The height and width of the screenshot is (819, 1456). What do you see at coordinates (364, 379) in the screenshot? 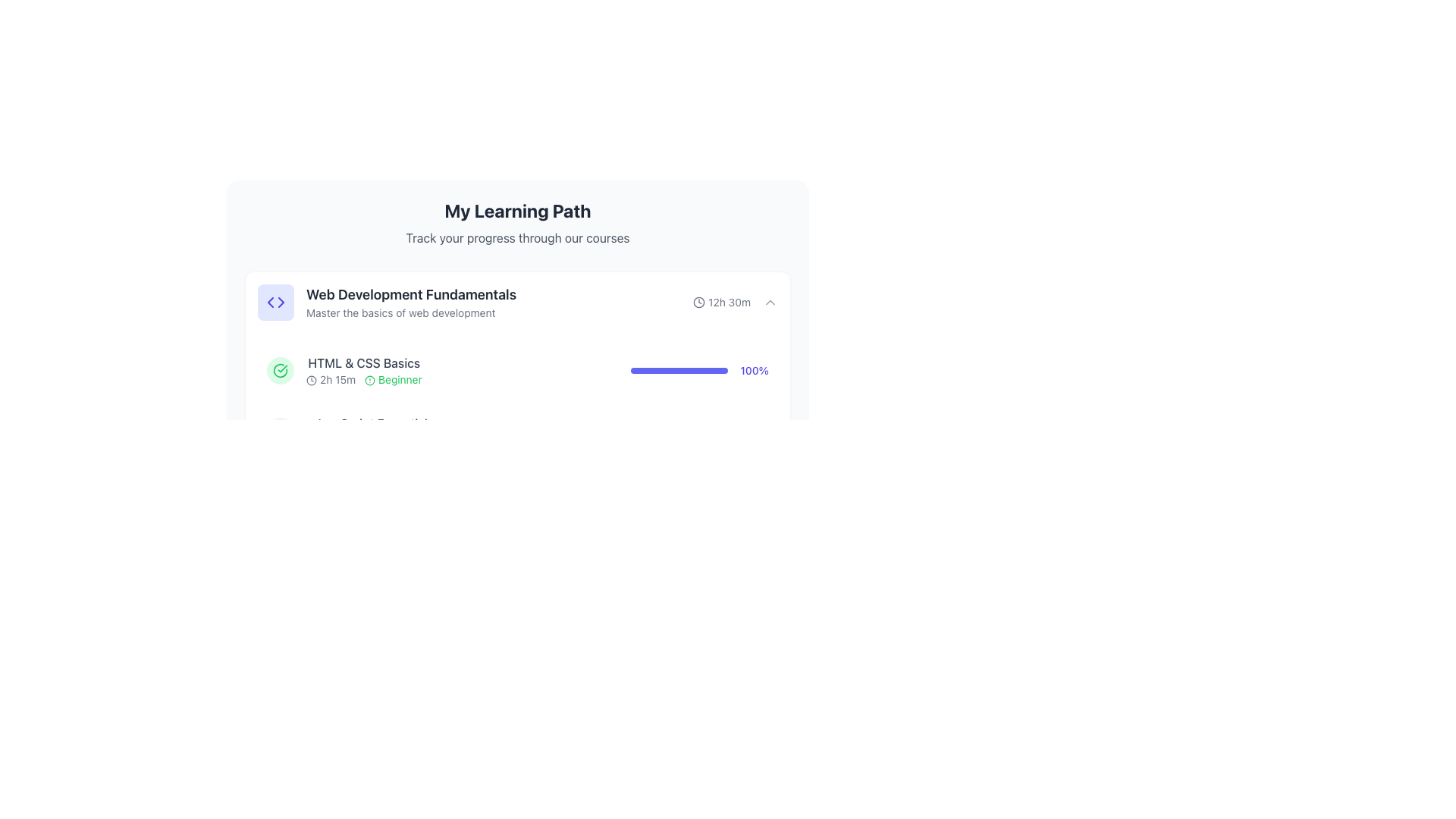
I see `the Informational Label displaying the duration '2h 15m' and difficulty level 'Beginner' beneath the title 'HTML & CSS Basics'` at bounding box center [364, 379].